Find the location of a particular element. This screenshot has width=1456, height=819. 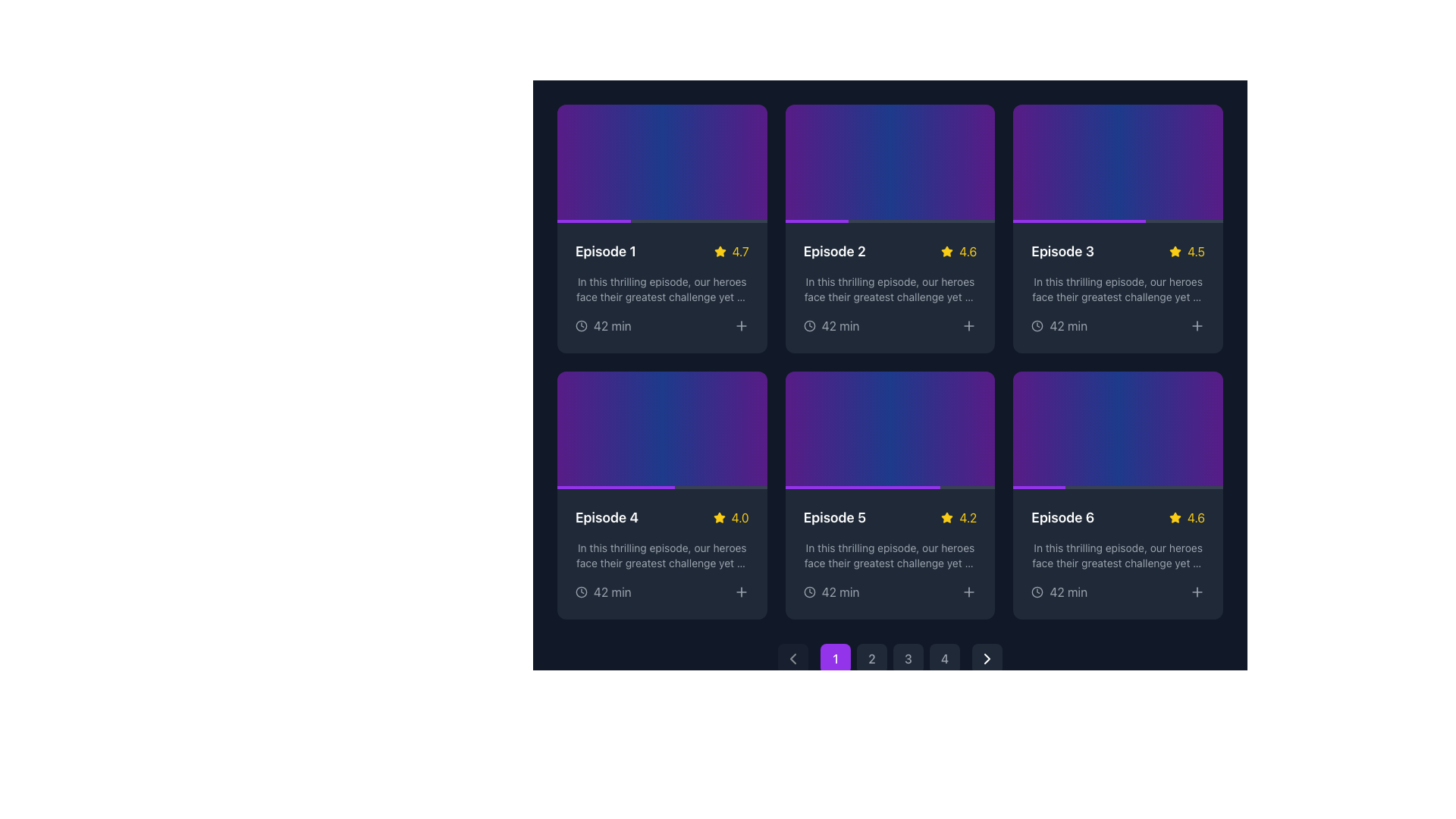

the progress bar located at the bottom of the fifth card in the second row, which consists of a gray background and a purple foreground indicating progress is located at coordinates (890, 488).